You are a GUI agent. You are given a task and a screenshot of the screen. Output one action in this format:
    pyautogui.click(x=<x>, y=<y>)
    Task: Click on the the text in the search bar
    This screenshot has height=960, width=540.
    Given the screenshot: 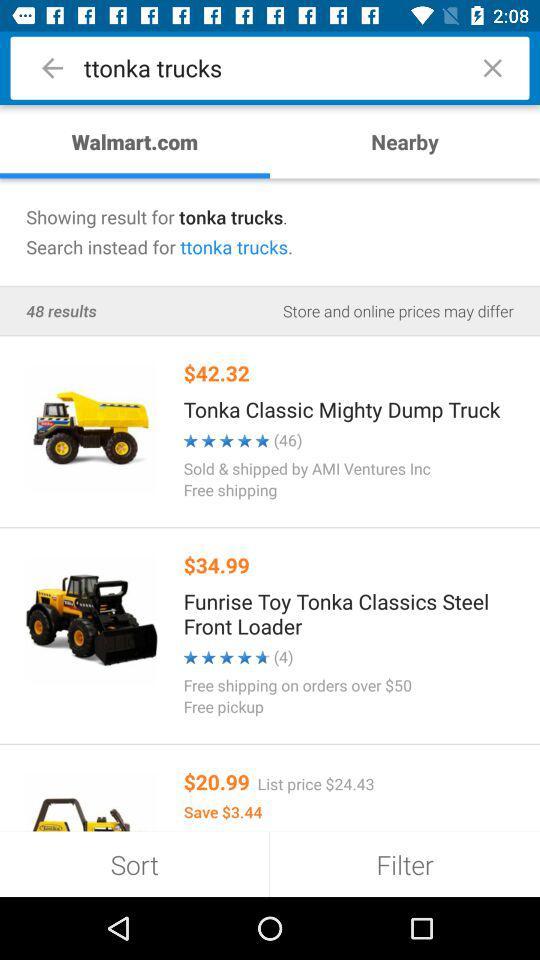 What is the action you would take?
    pyautogui.click(x=270, y=68)
    